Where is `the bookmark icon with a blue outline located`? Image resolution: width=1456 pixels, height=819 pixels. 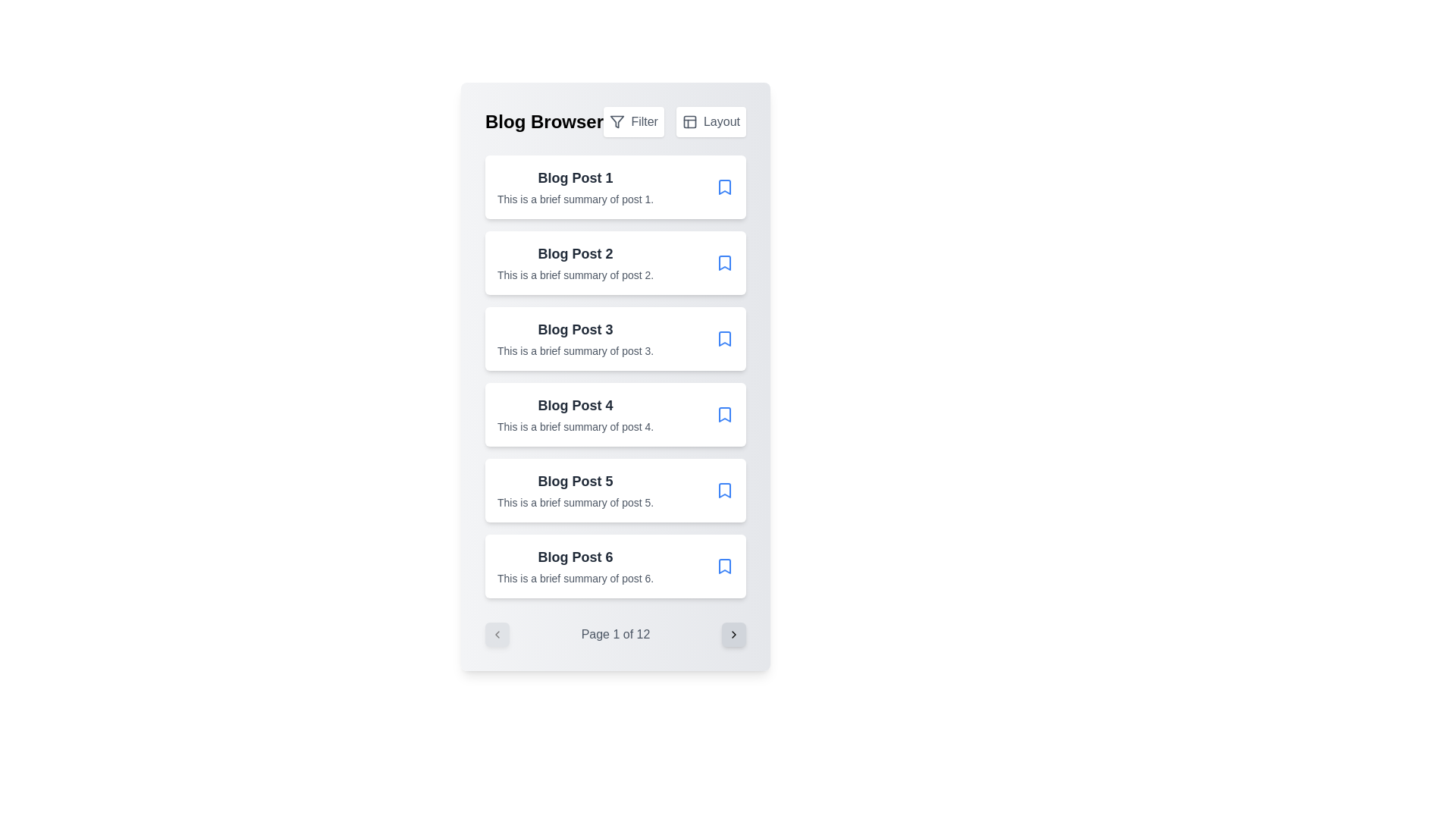 the bookmark icon with a blue outline located is located at coordinates (723, 566).